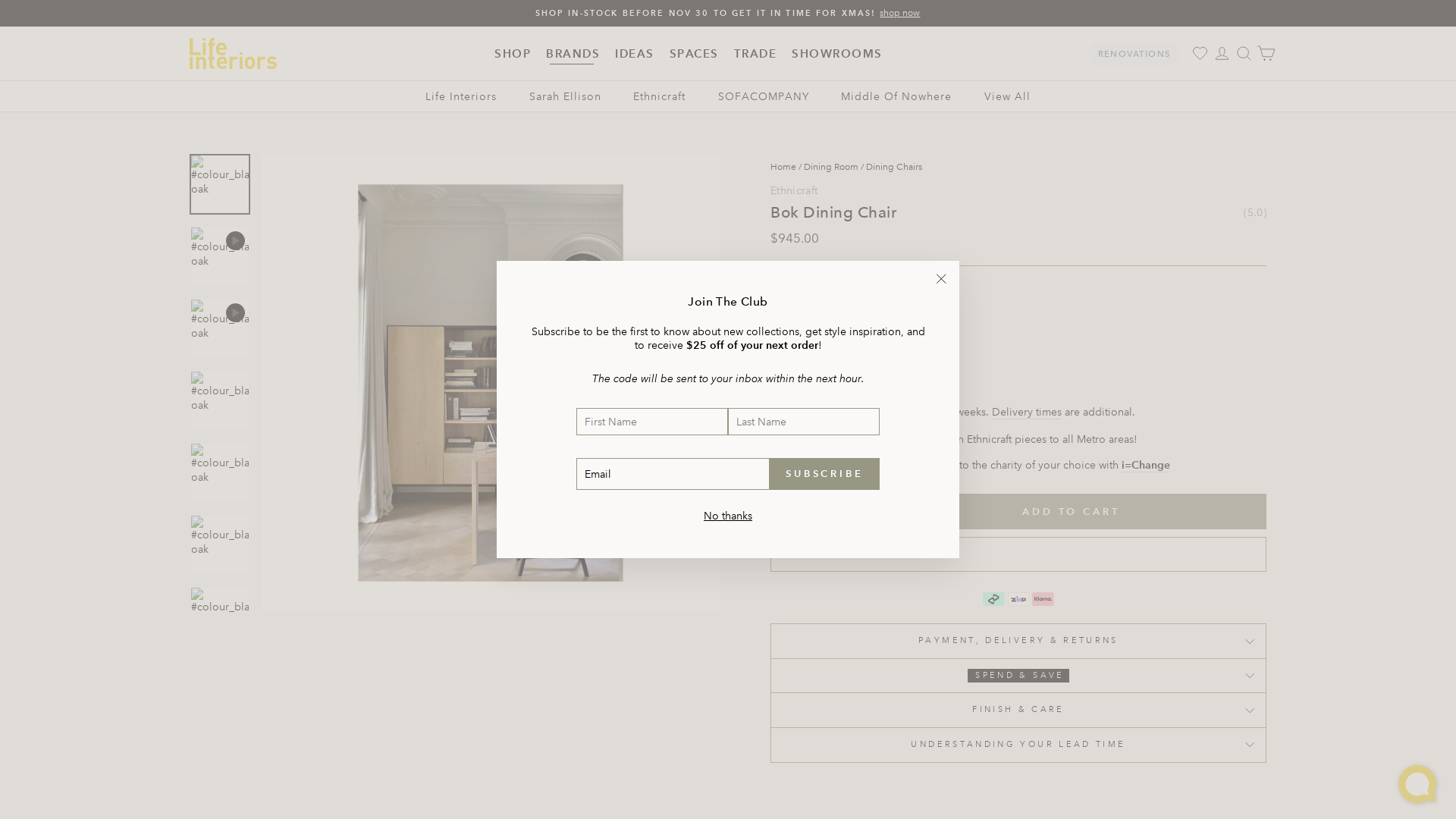 The image size is (1456, 819). Describe the element at coordinates (839, 96) in the screenshot. I see `'Middle Of Nowhere'` at that location.